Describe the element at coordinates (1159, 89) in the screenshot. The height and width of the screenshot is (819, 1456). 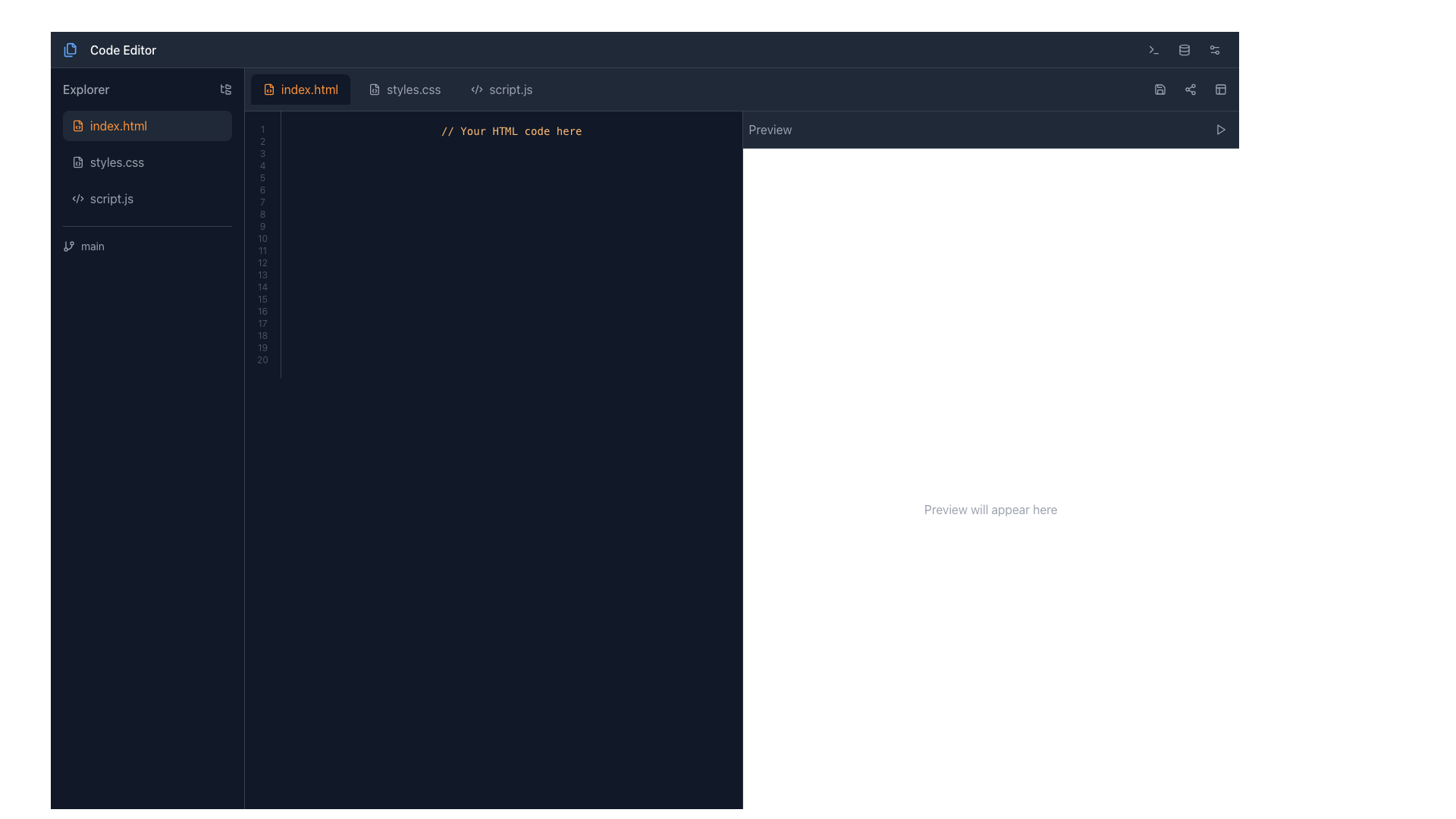
I see `the save icon, which is a small graphical representation resembling a floppy disk, located` at that location.